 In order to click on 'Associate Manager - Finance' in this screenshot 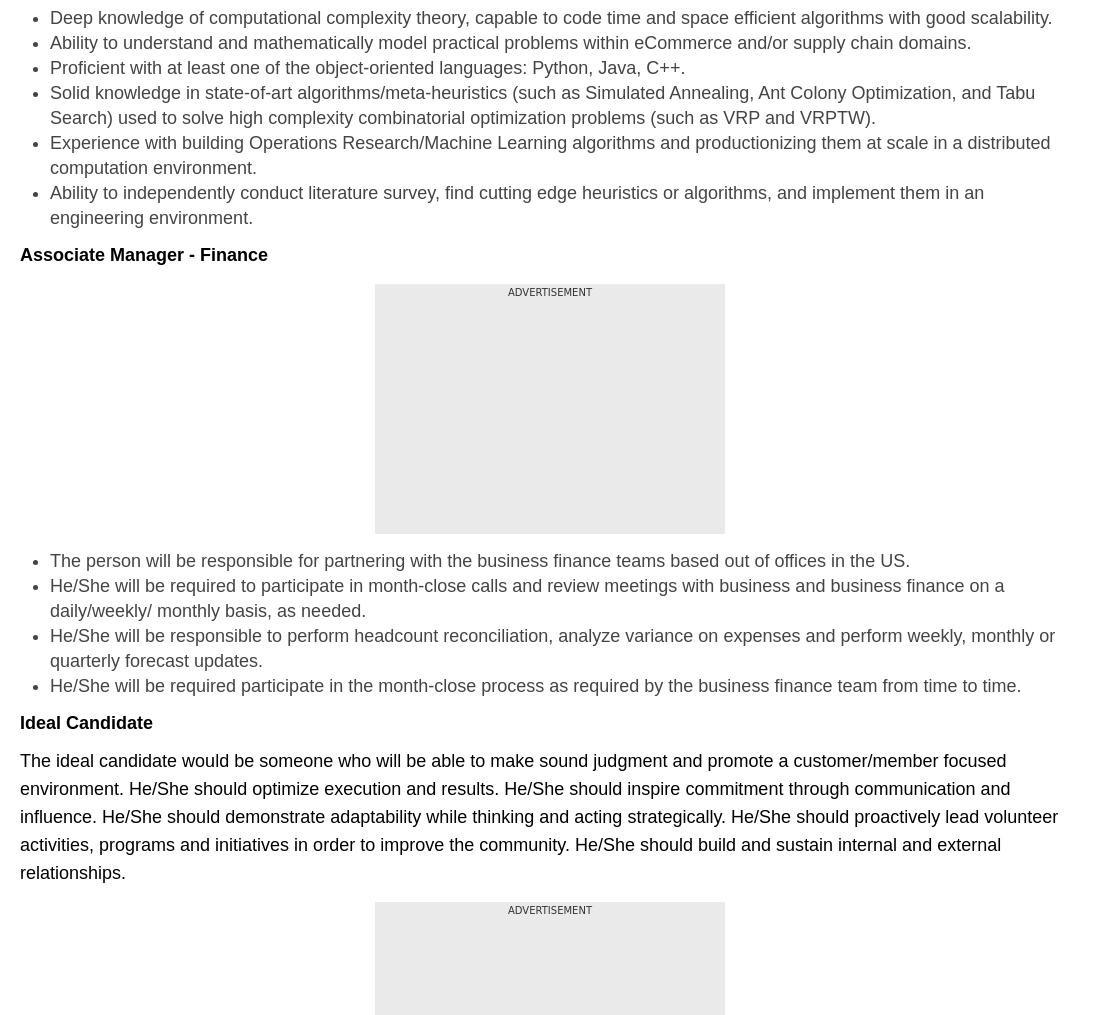, I will do `click(19, 253)`.